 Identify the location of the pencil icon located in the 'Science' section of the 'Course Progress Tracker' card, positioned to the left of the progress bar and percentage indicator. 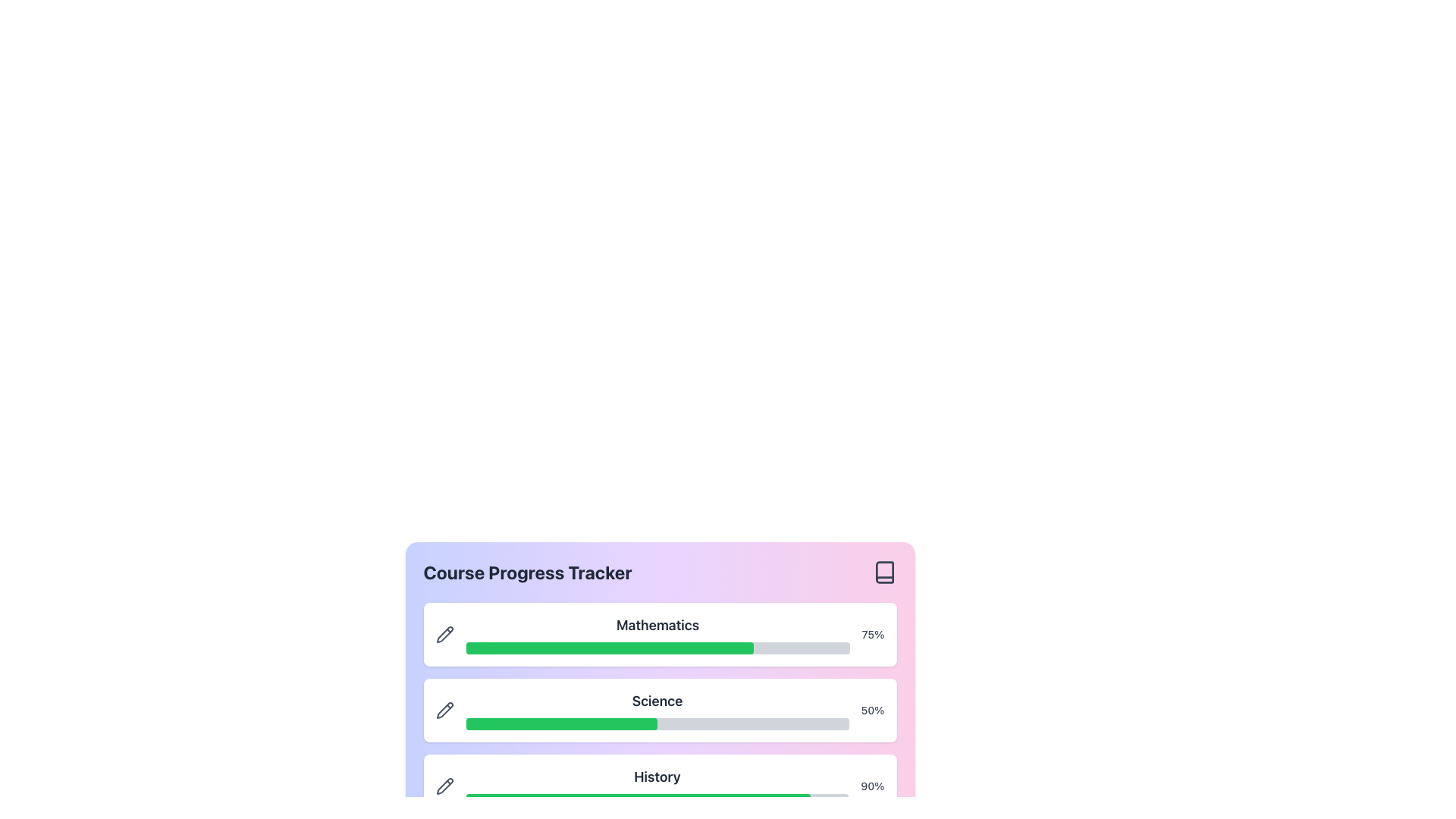
(444, 711).